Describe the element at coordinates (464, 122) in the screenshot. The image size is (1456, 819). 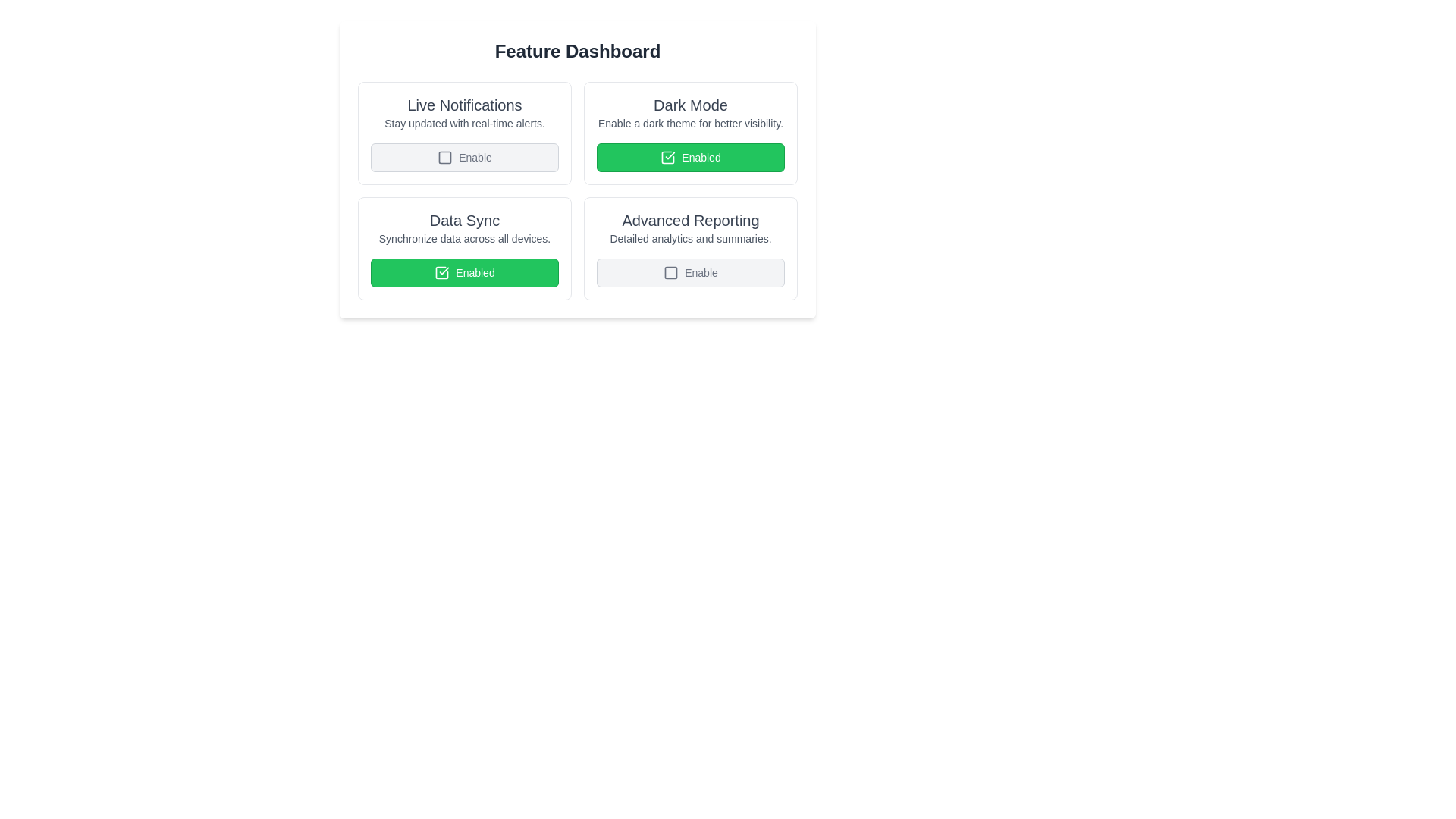
I see `the static text that reads 'Stay updated with real-time alerts.', which is positioned below the 'Live Notifications' heading in the dashboard` at that location.